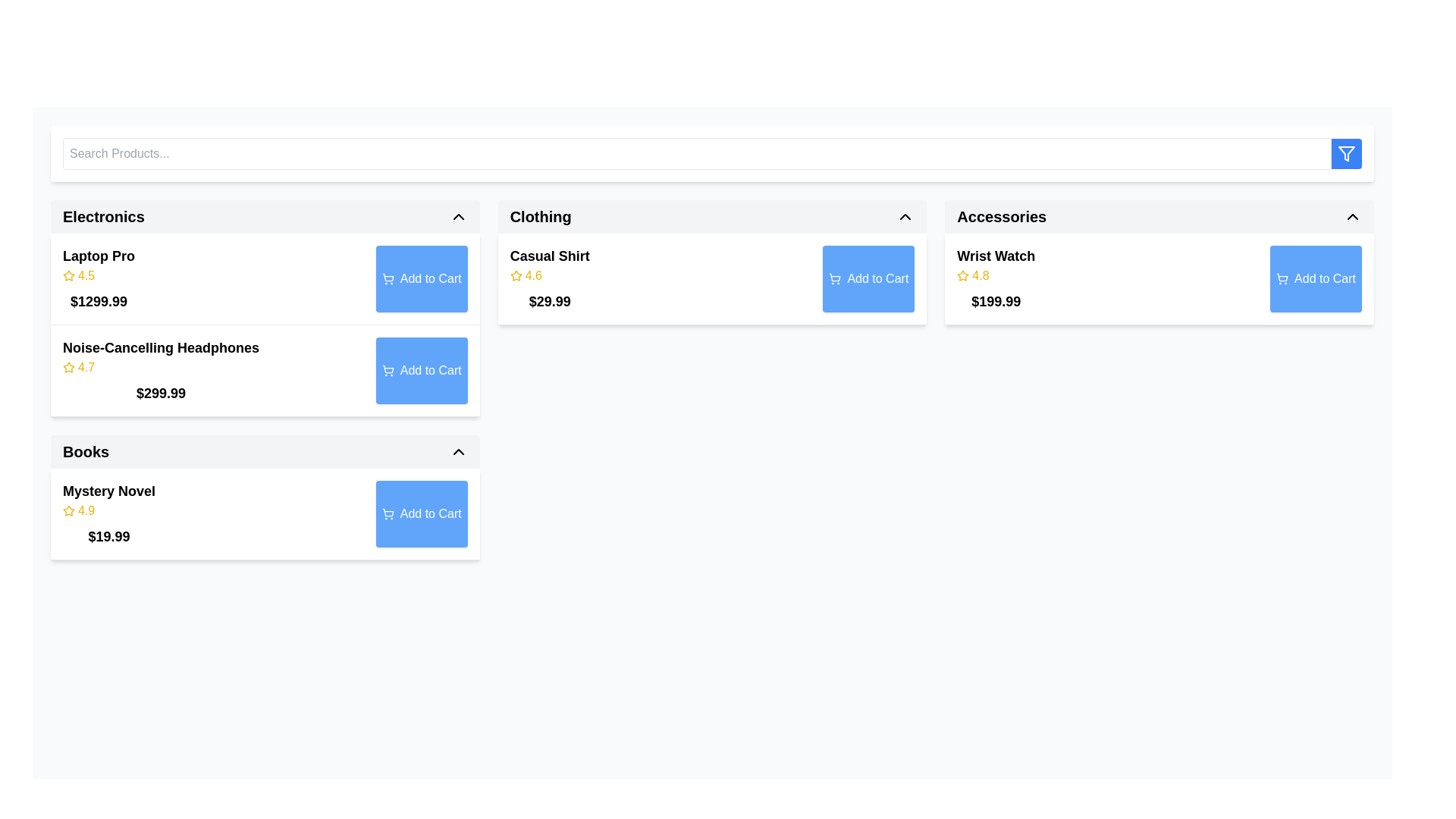 Image resolution: width=1456 pixels, height=819 pixels. Describe the element at coordinates (68, 510) in the screenshot. I see `the star icon with a hollow center and orange-yellow border located in the 'Books' section under the 'Mystery Novel' item, which is part of the rating system` at that location.